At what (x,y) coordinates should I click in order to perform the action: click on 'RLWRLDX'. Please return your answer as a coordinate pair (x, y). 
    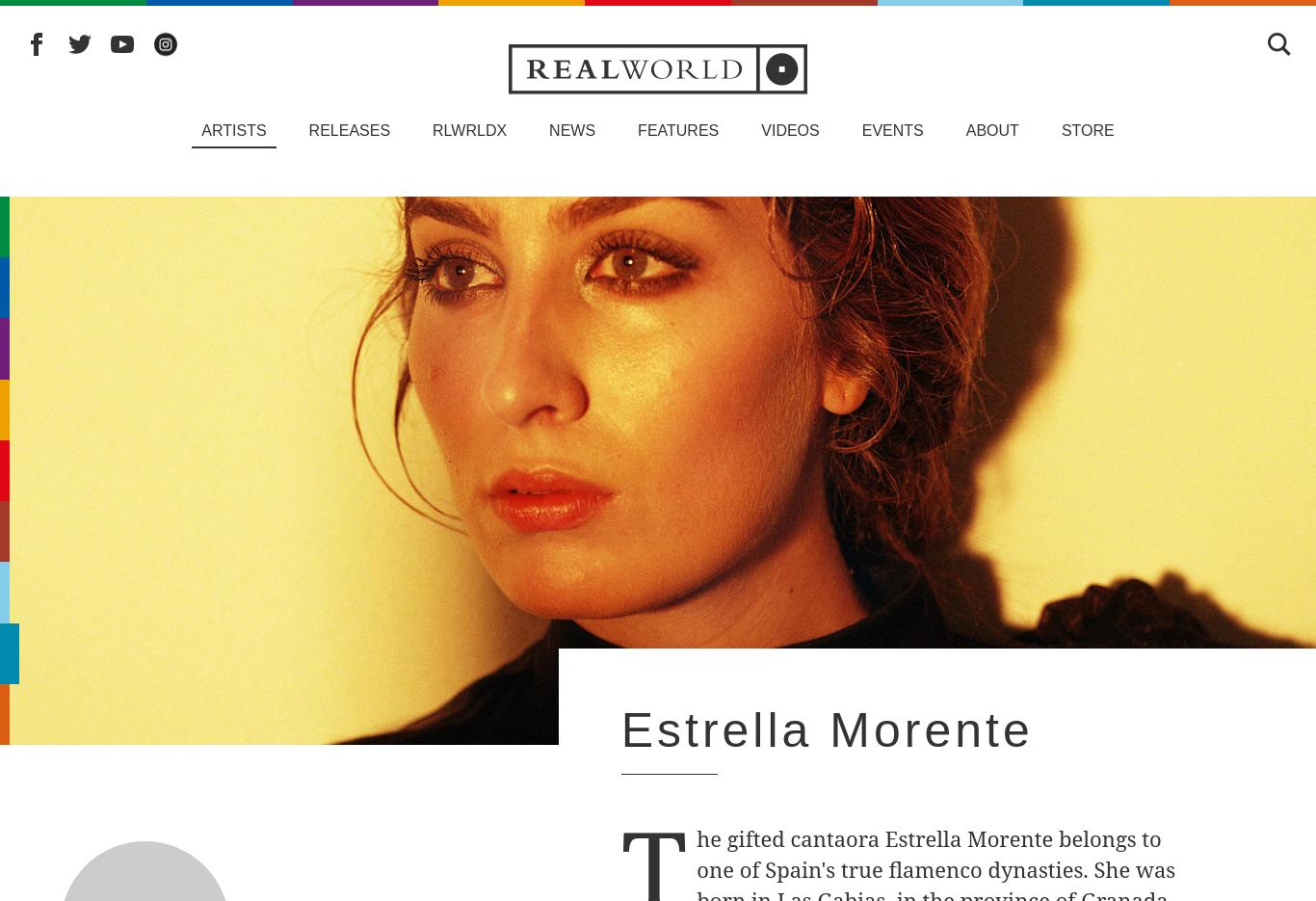
    Looking at the image, I should click on (469, 130).